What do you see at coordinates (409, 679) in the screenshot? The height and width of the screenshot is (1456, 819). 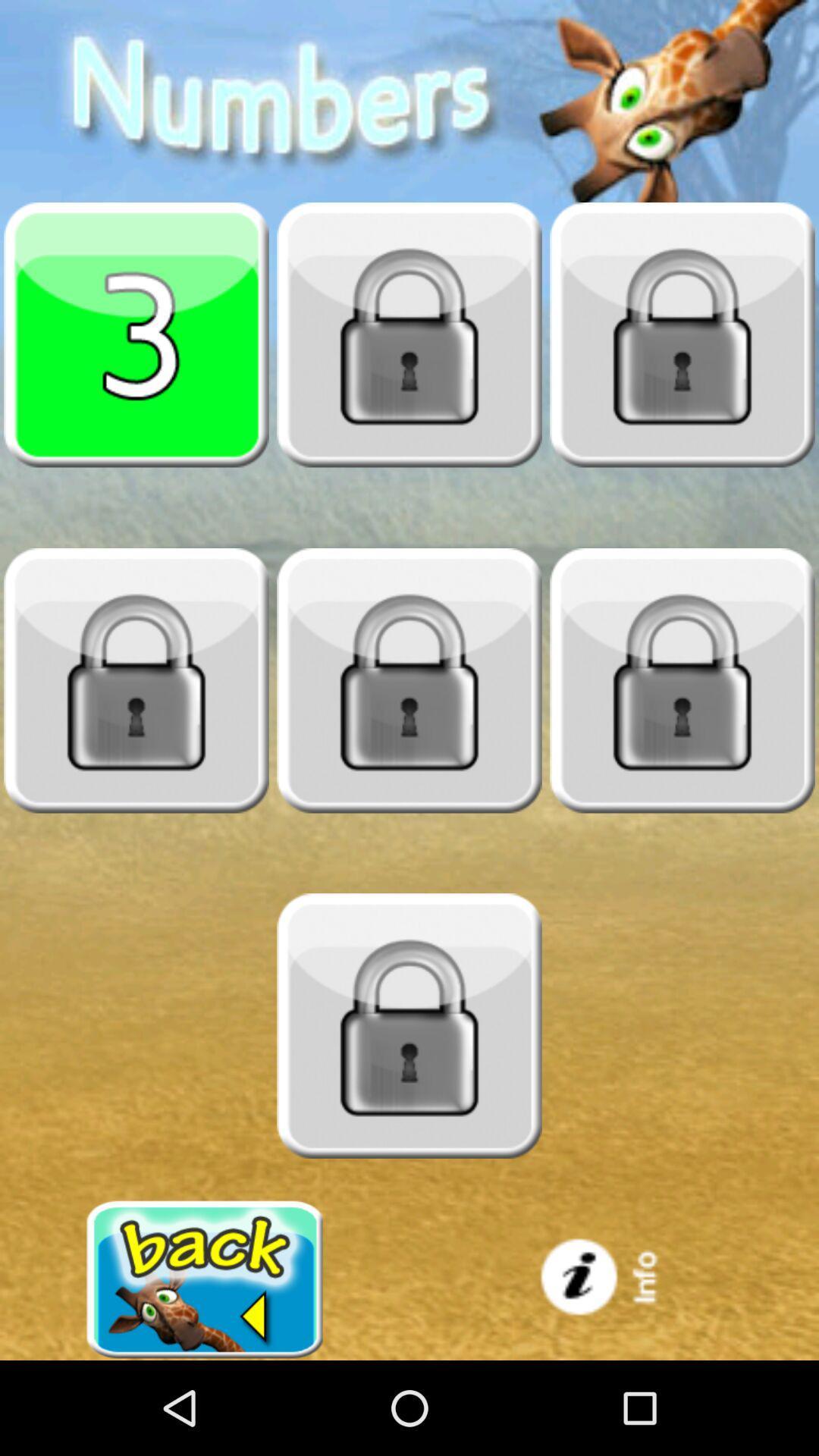 I see `touch locked chapter` at bounding box center [409, 679].